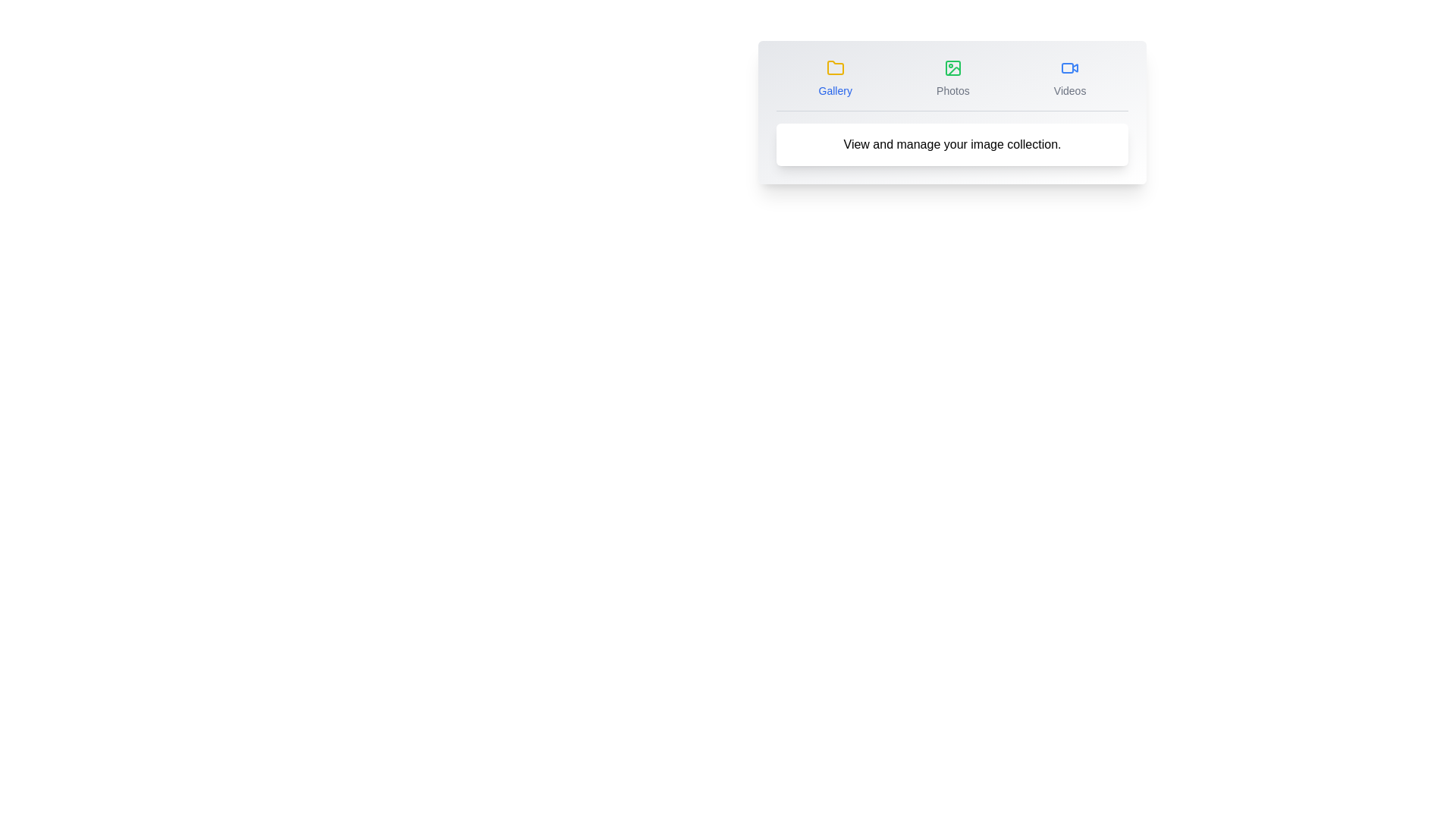  What do you see at coordinates (1069, 79) in the screenshot?
I see `the Videos tab icon to activate it` at bounding box center [1069, 79].